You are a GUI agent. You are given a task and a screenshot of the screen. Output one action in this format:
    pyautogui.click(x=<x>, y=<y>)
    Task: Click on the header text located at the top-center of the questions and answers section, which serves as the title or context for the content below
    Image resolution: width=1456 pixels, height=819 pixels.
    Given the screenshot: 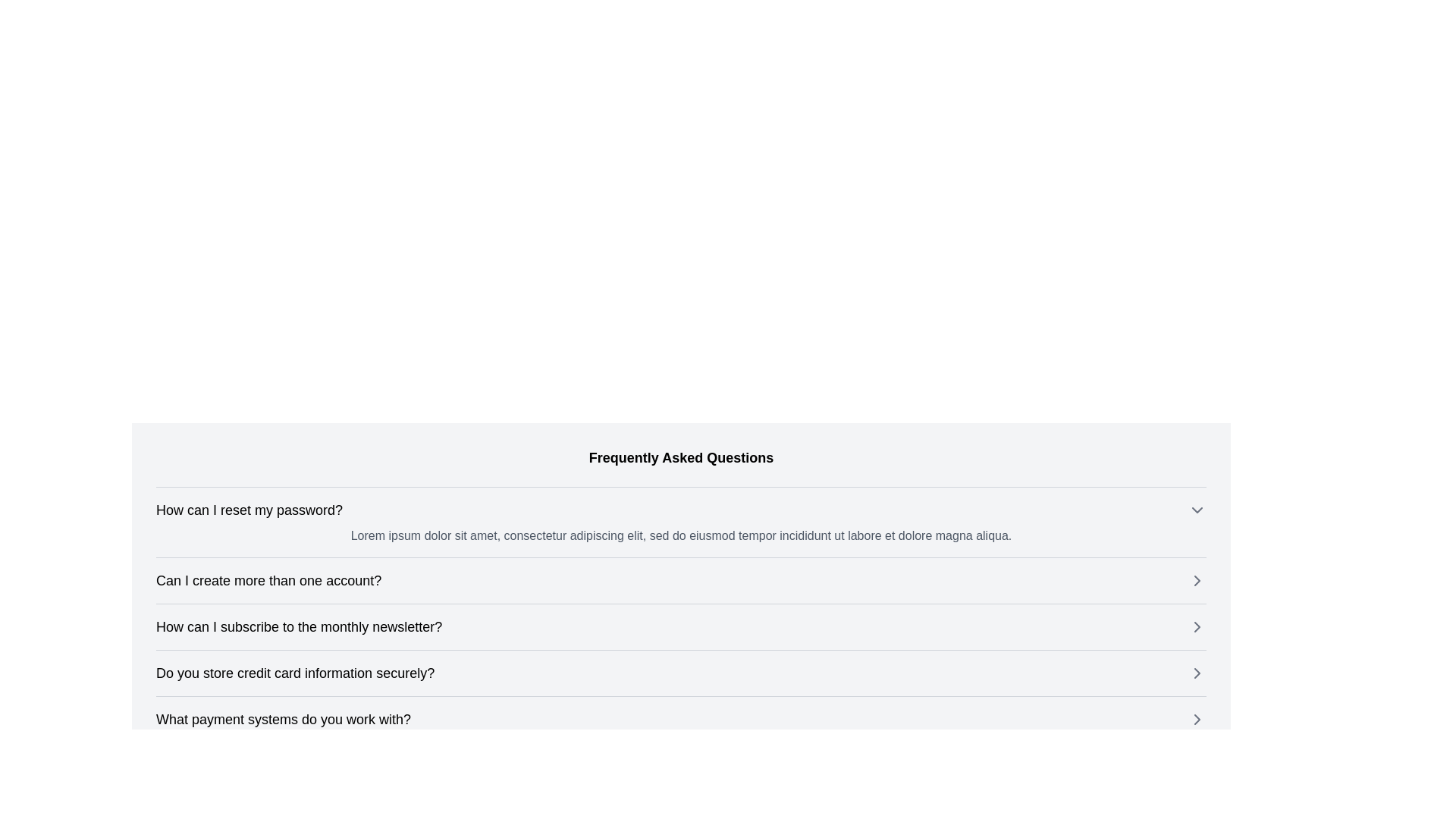 What is the action you would take?
    pyautogui.click(x=680, y=457)
    